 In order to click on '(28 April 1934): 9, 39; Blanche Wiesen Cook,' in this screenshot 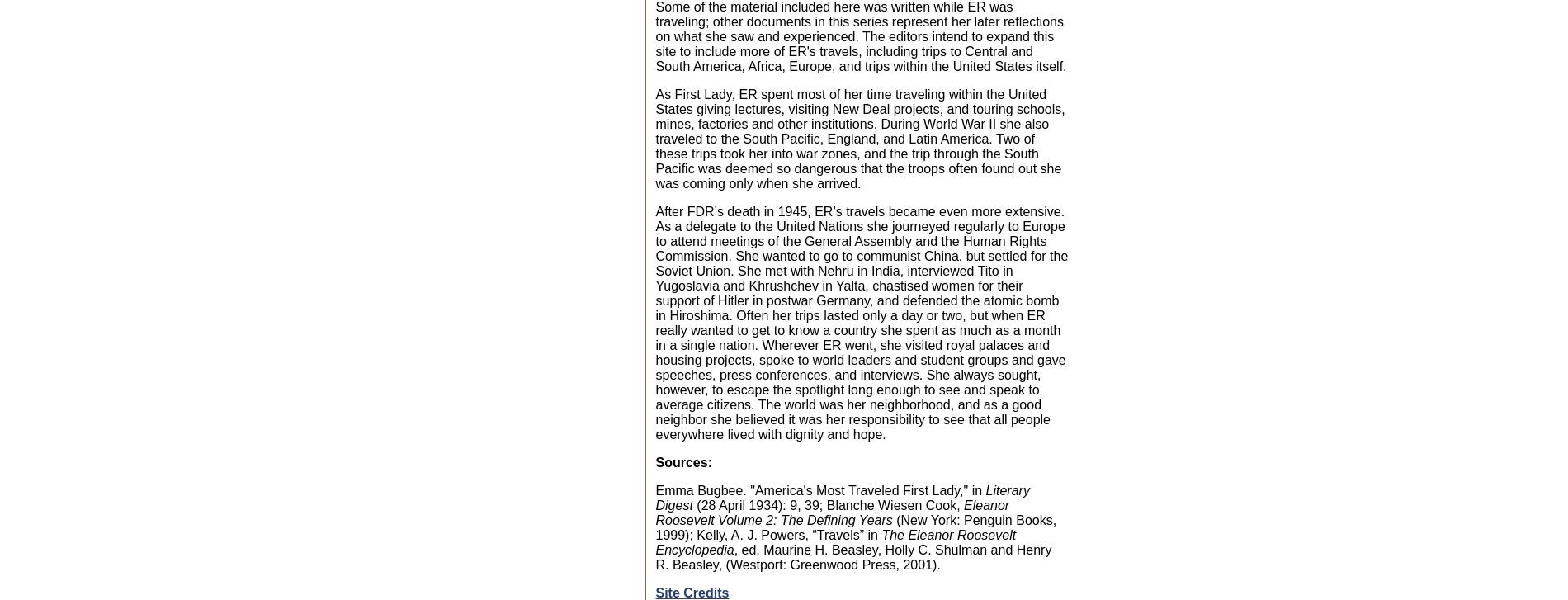, I will do `click(830, 504)`.